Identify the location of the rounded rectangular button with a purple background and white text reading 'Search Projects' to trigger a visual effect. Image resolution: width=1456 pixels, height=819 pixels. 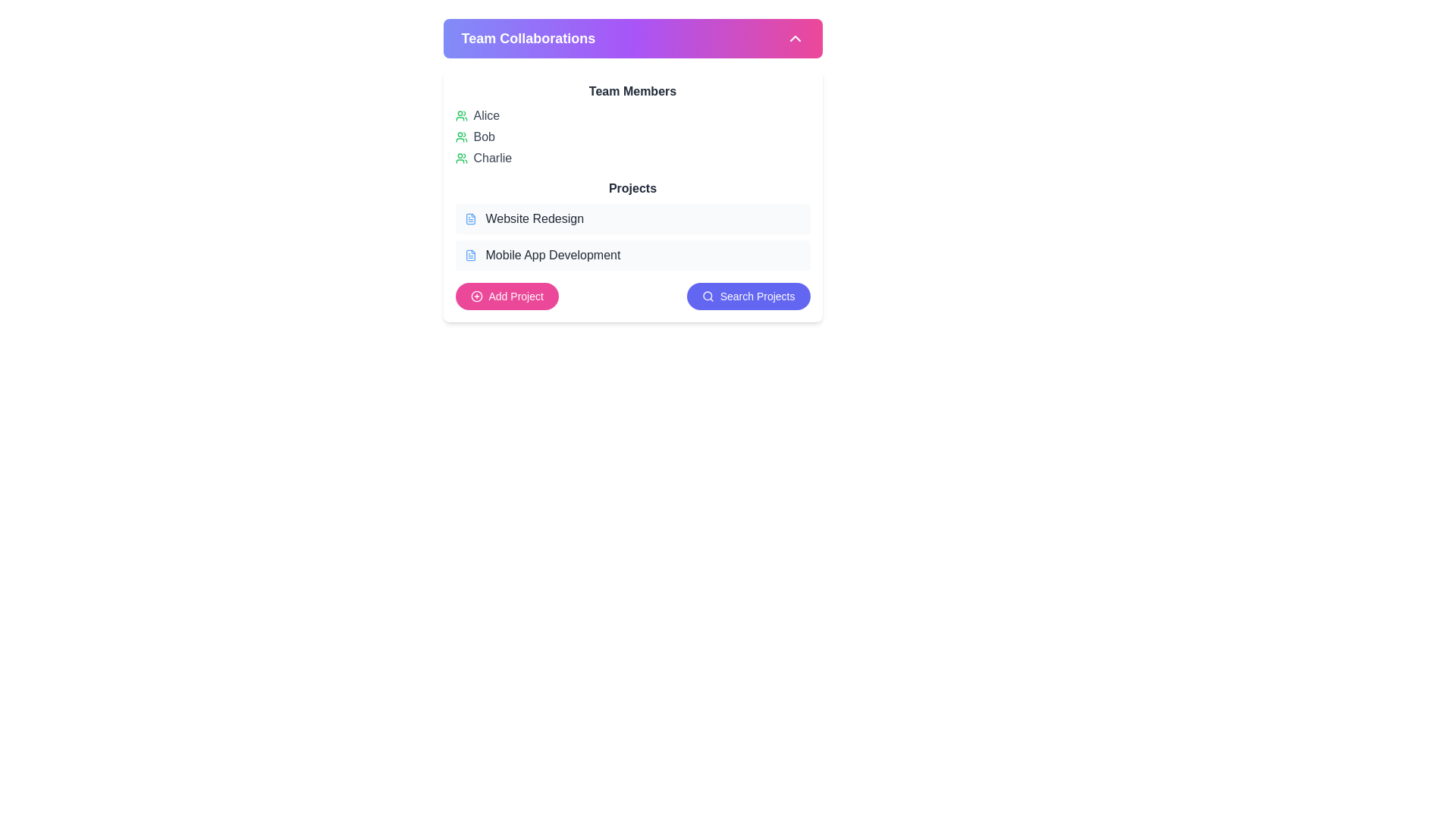
(748, 296).